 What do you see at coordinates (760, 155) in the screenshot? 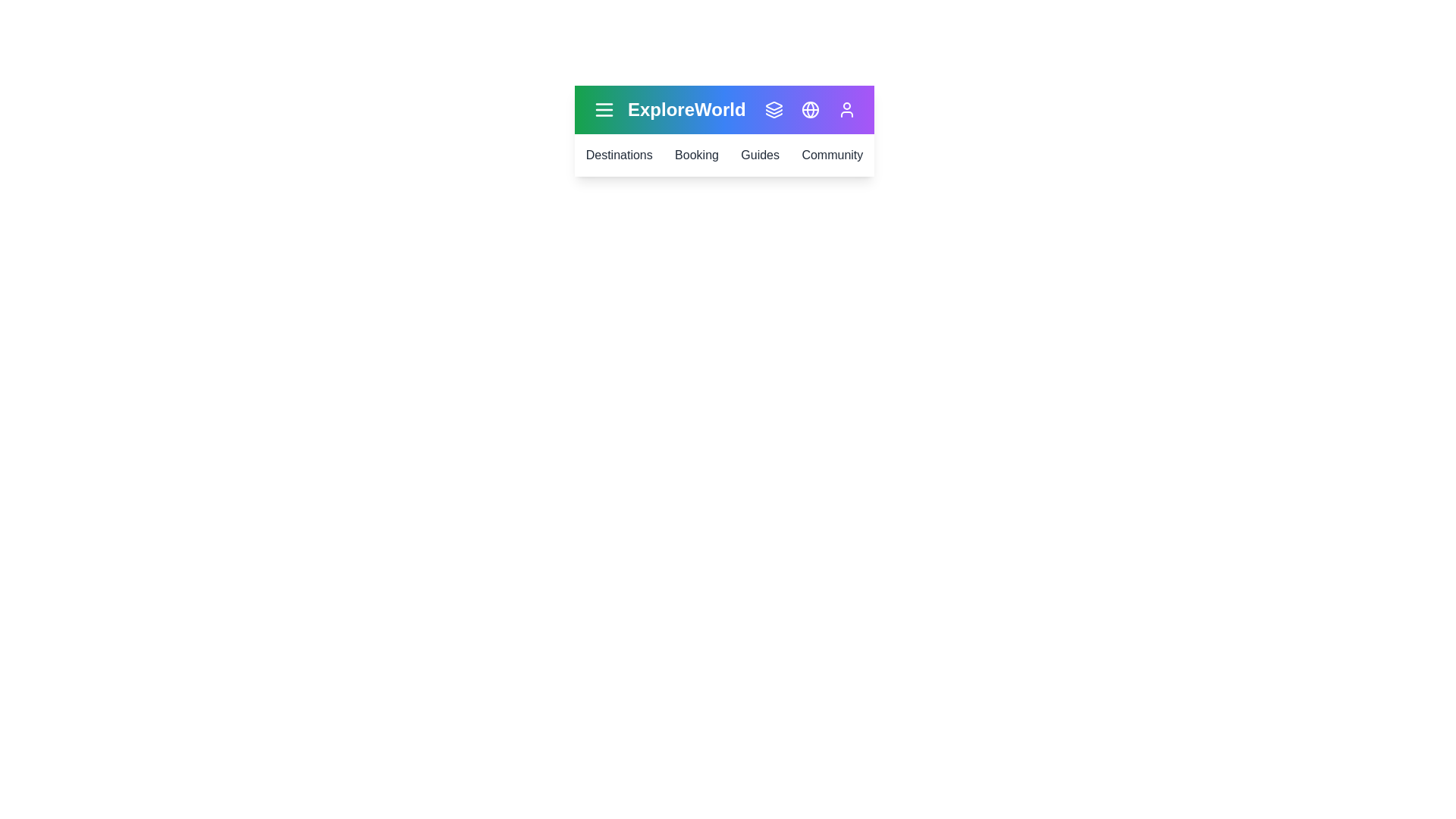
I see `the link corresponding to the section Guides` at bounding box center [760, 155].